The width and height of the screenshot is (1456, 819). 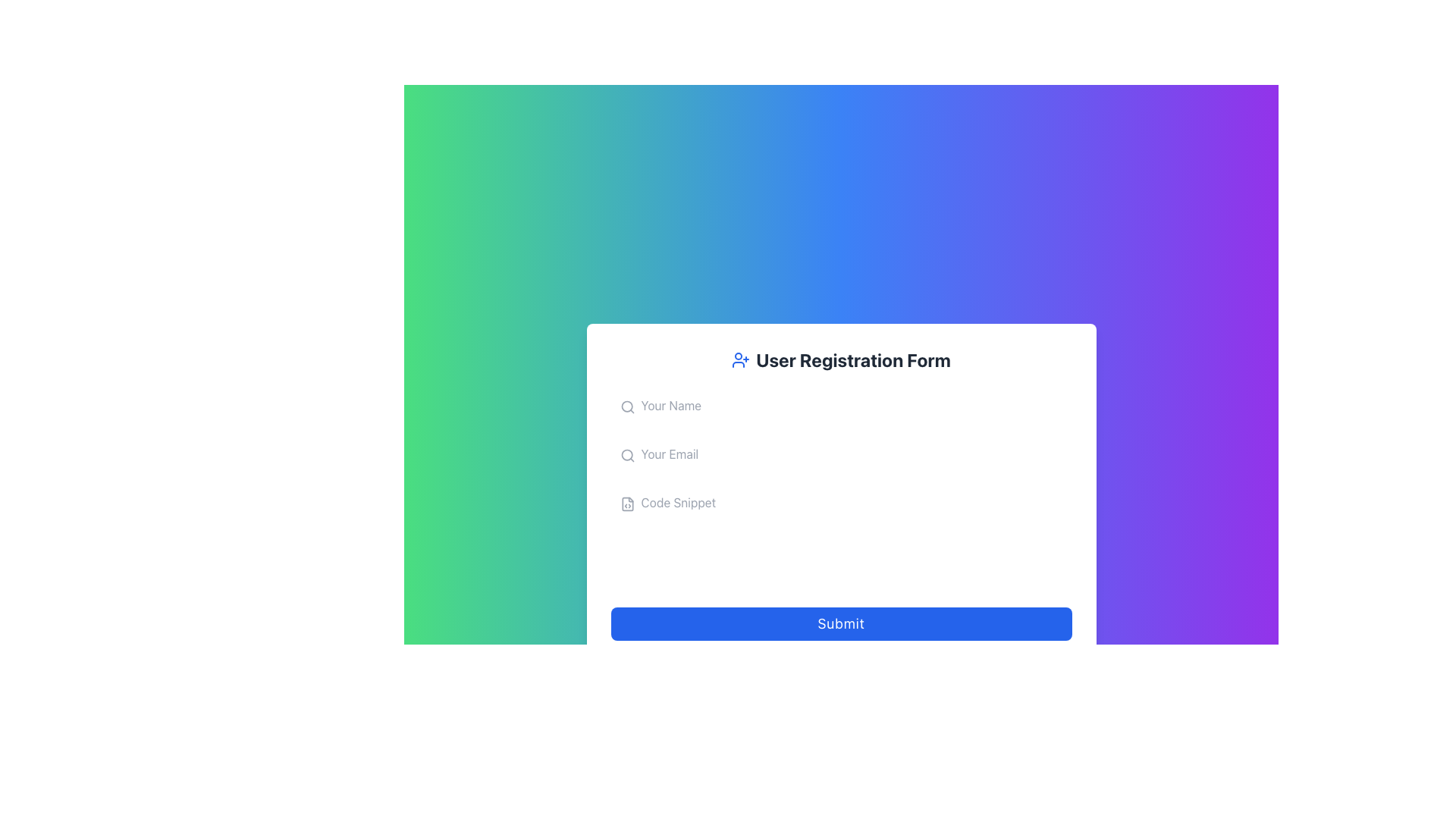 I want to click on the SVG circle element representing the magnifying glass in the search icon within the user registration form, located to the left of the 'Your Name' input field, so click(x=626, y=406).